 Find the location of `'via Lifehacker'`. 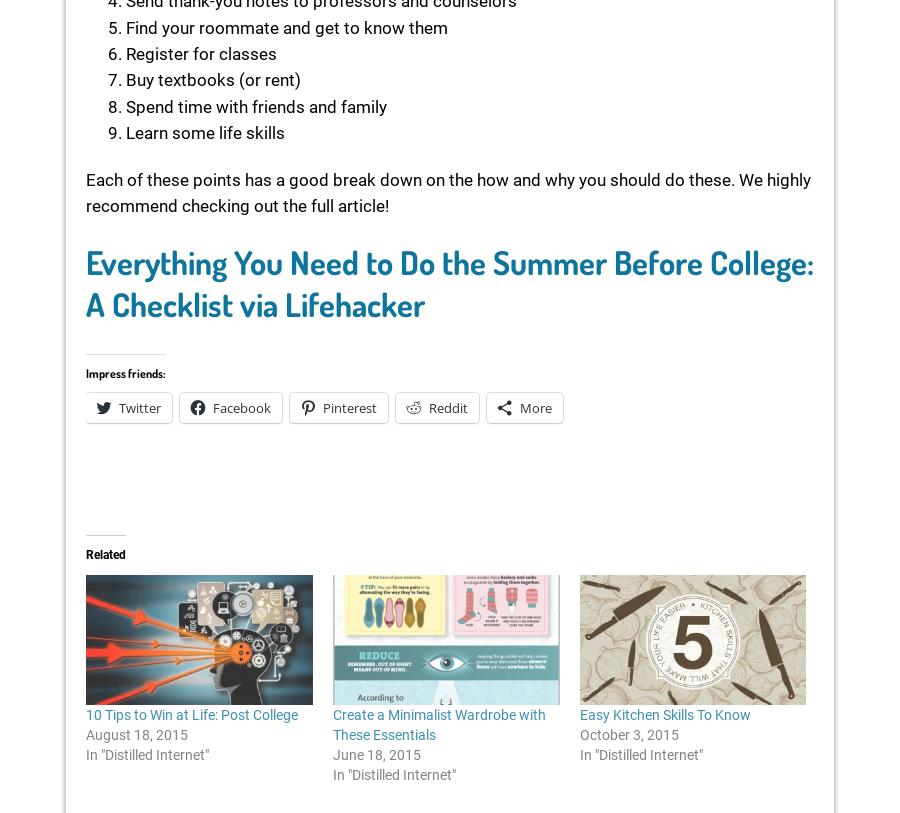

'via Lifehacker' is located at coordinates (331, 302).